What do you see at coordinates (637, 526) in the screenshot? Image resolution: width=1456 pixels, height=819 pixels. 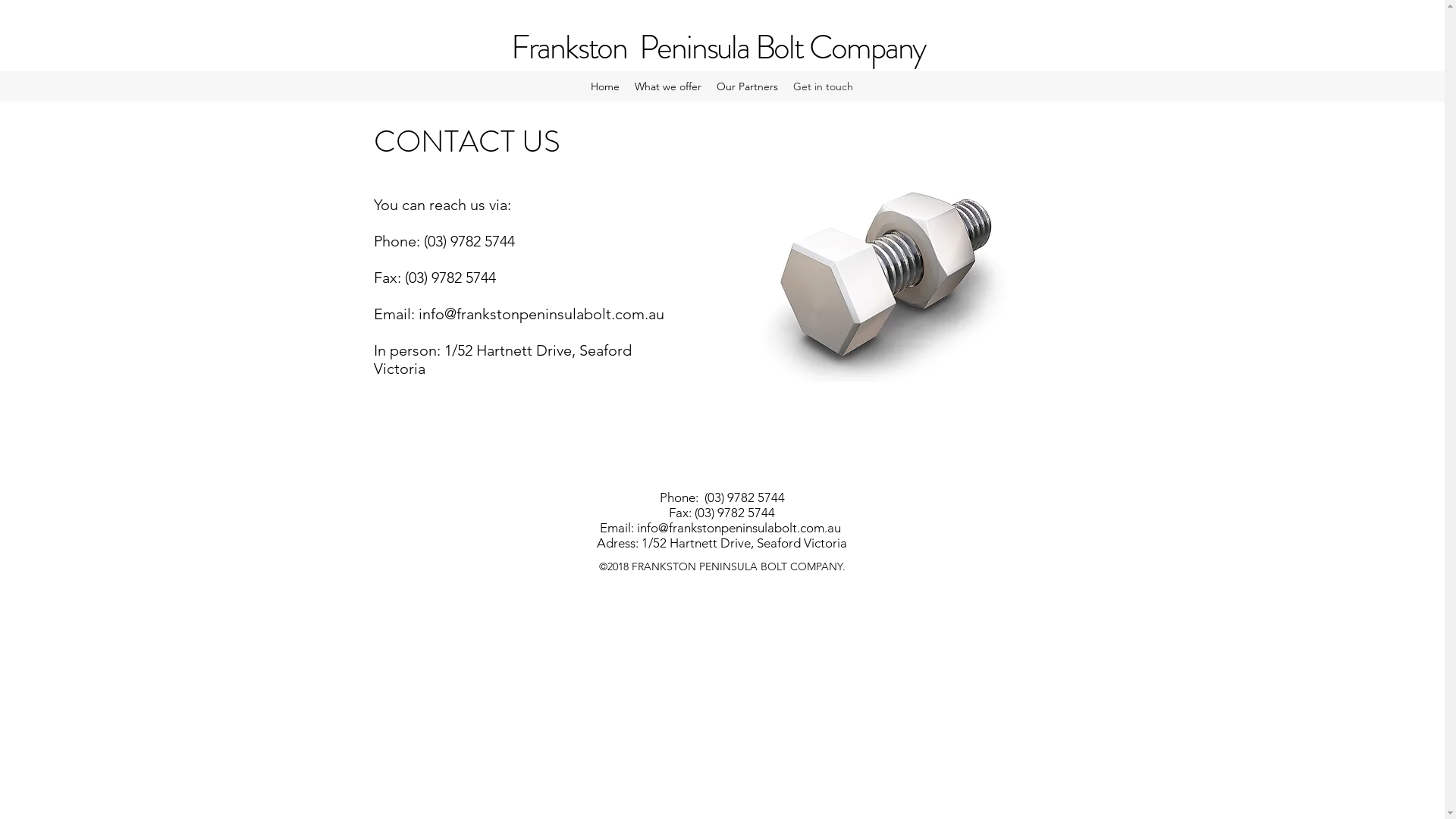 I see `'info@frankstonpeninsulabolt.com.au'` at bounding box center [637, 526].